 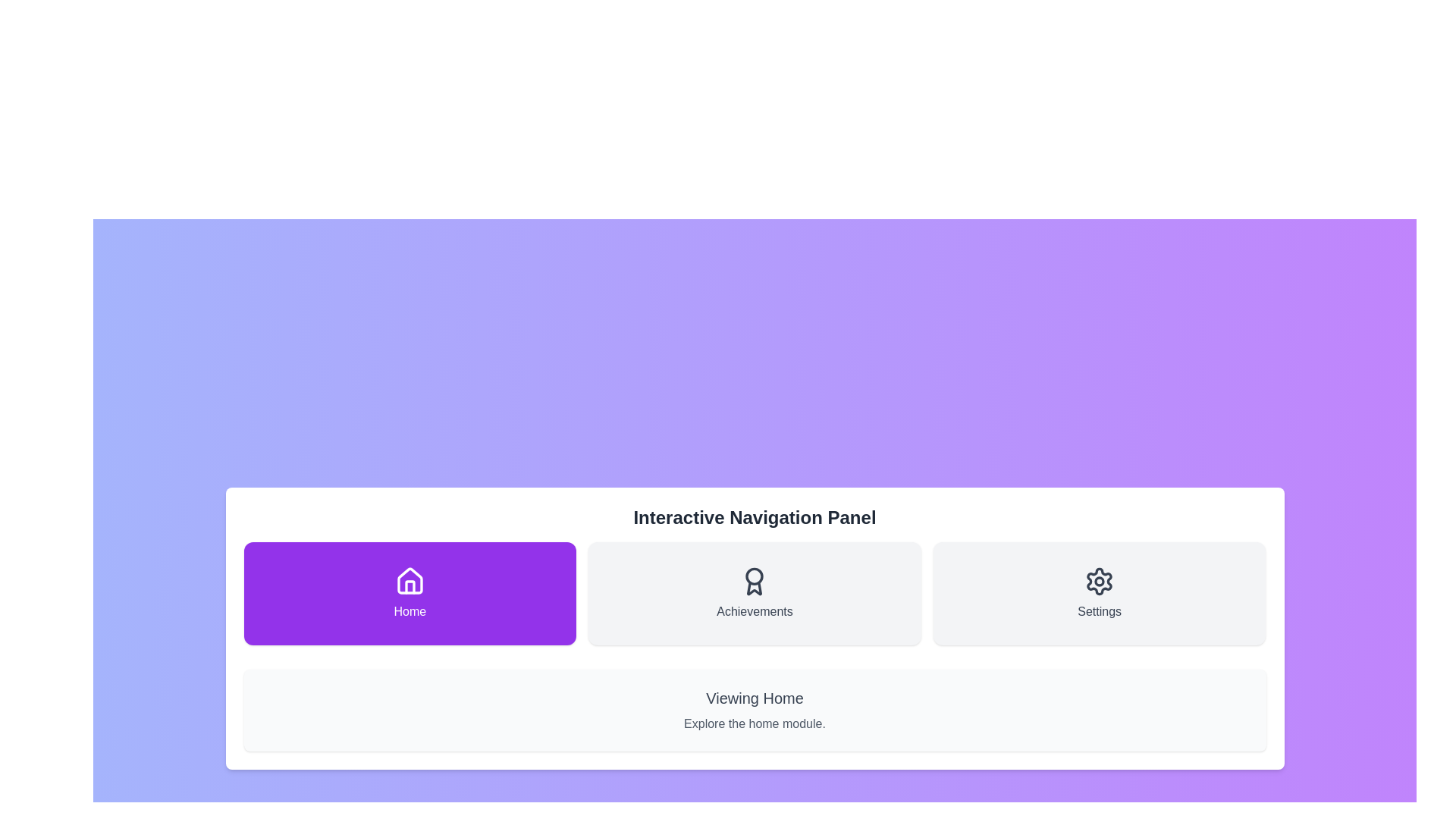 What do you see at coordinates (409, 580) in the screenshot?
I see `the white house-shaped icon located in the center of the 'Home' tab in the navigation panel, which features a roof and entry arch against a purple background` at bounding box center [409, 580].